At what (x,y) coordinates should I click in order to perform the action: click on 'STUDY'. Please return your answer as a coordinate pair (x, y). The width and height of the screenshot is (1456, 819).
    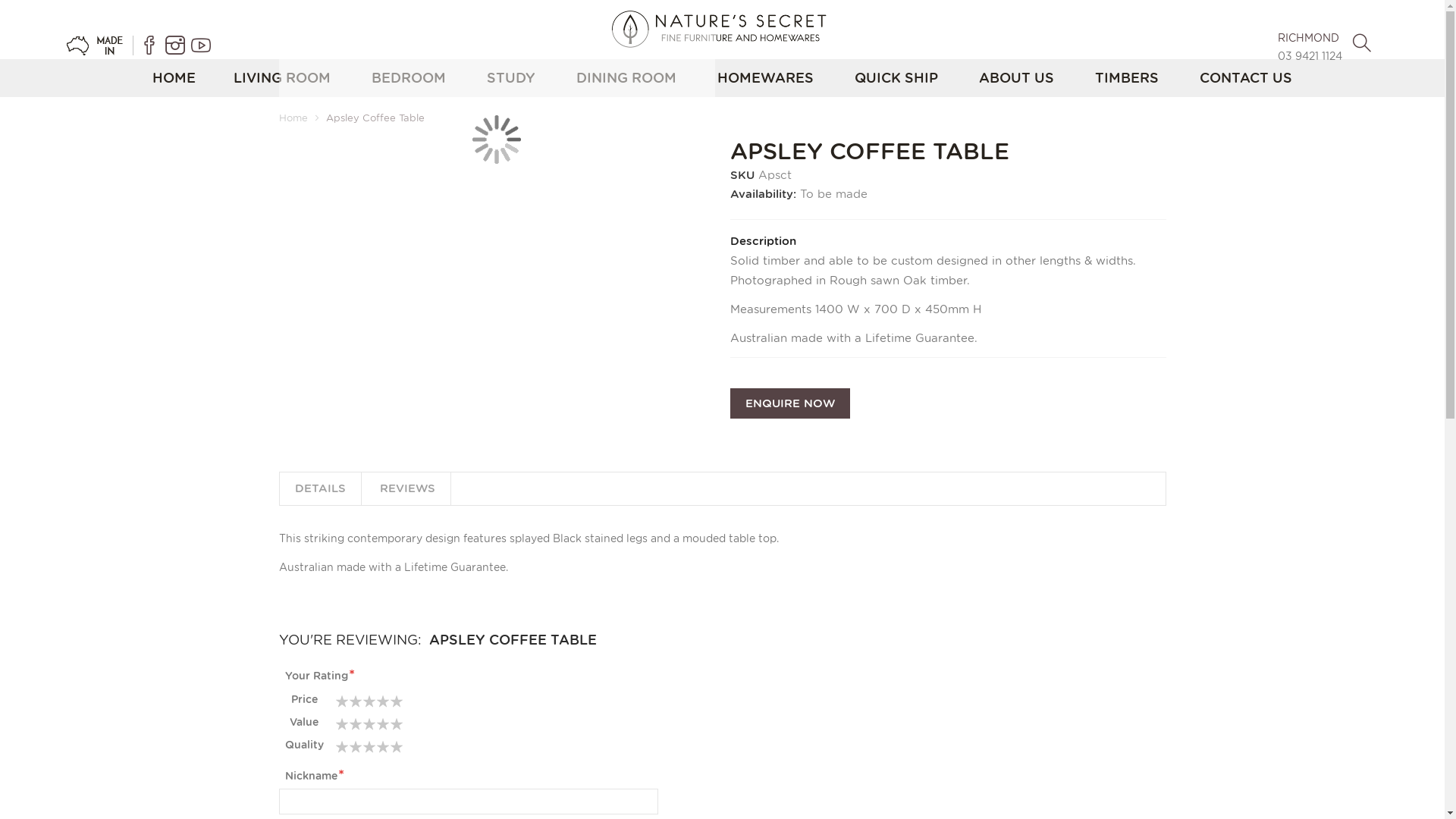
    Looking at the image, I should click on (510, 78).